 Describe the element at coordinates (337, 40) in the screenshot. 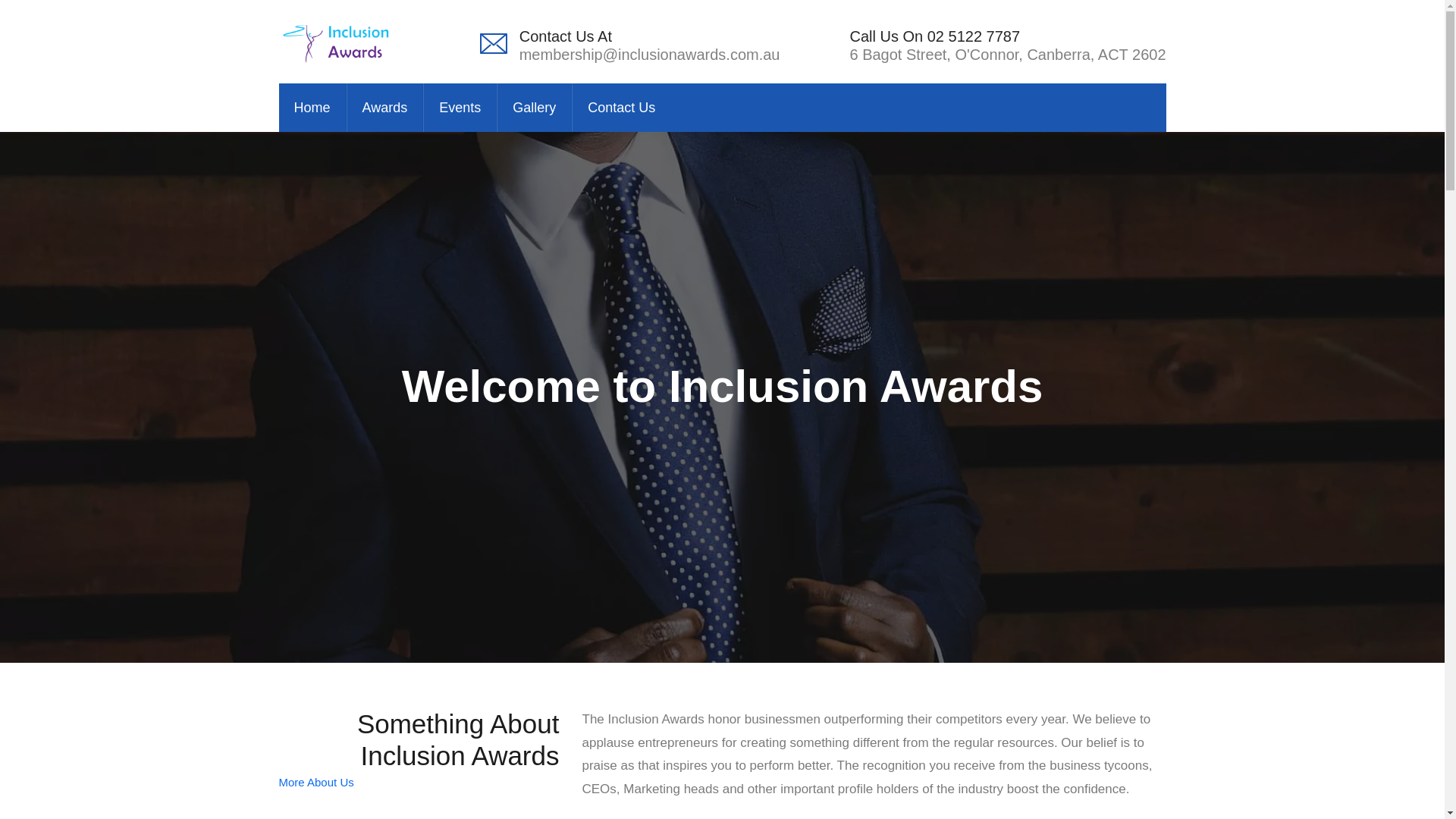

I see `'Inclusion Awards'` at that location.